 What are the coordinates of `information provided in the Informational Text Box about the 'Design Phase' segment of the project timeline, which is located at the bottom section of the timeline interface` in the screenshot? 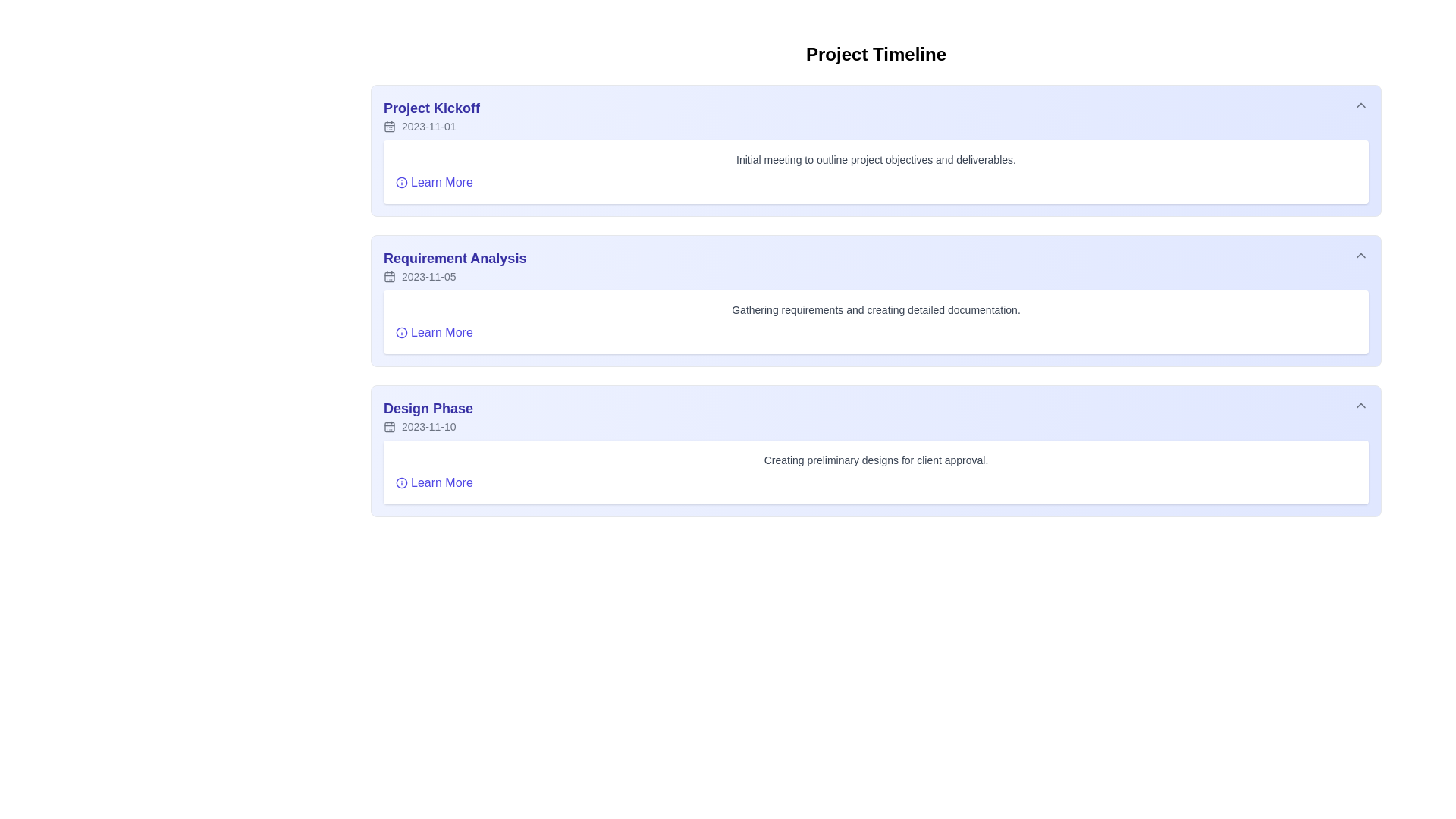 It's located at (876, 472).